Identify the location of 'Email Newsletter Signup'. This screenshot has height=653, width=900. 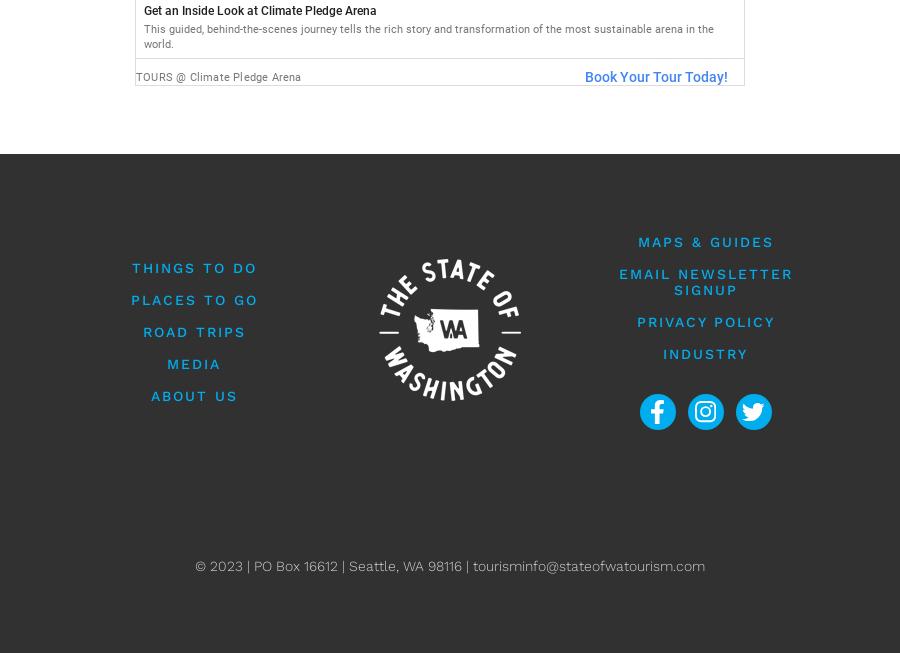
(703, 280).